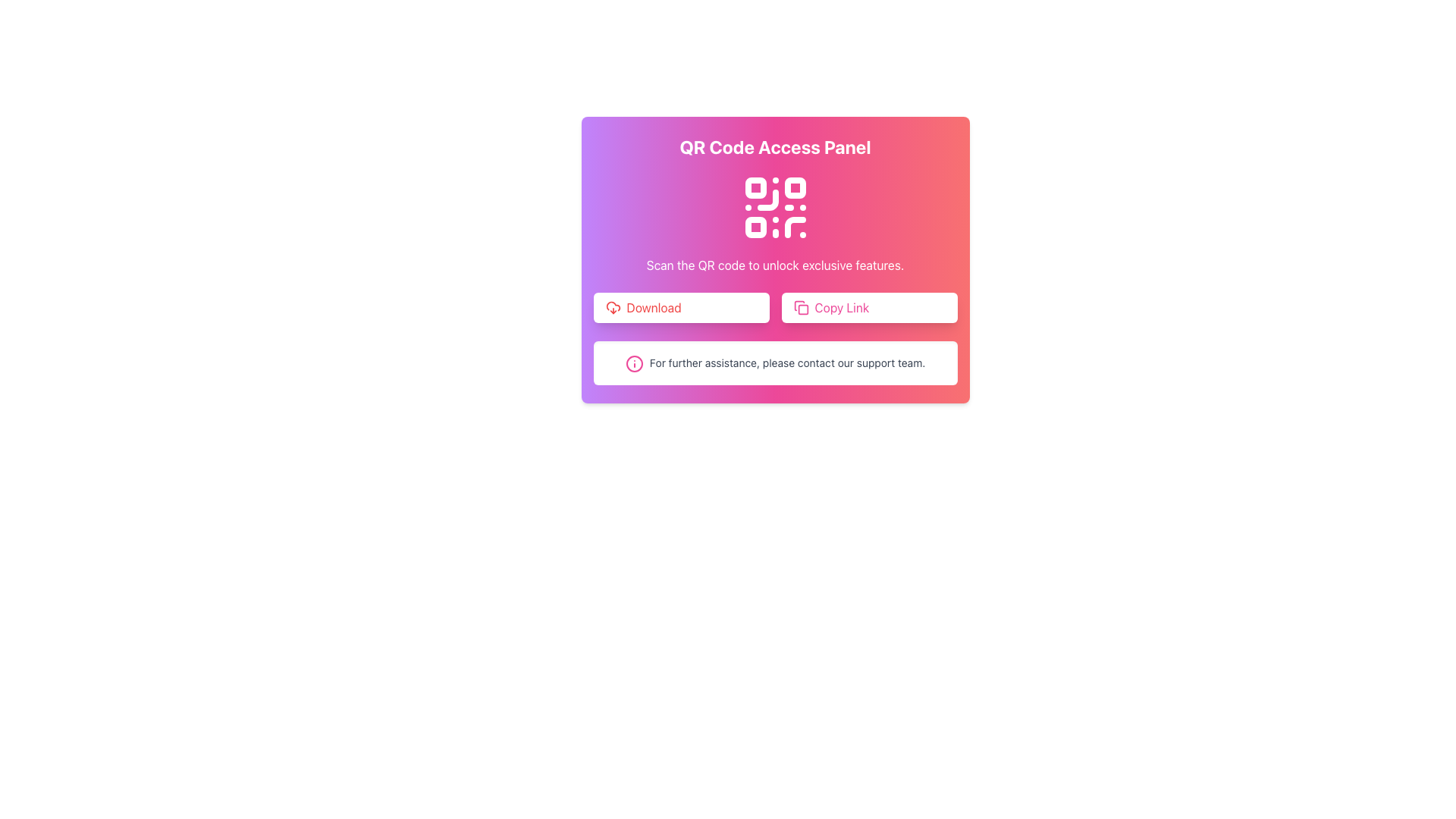  I want to click on the Decorative section featuring a QR code icon and the text 'Scan the QR code to unlock exclusive features.', so click(775, 222).